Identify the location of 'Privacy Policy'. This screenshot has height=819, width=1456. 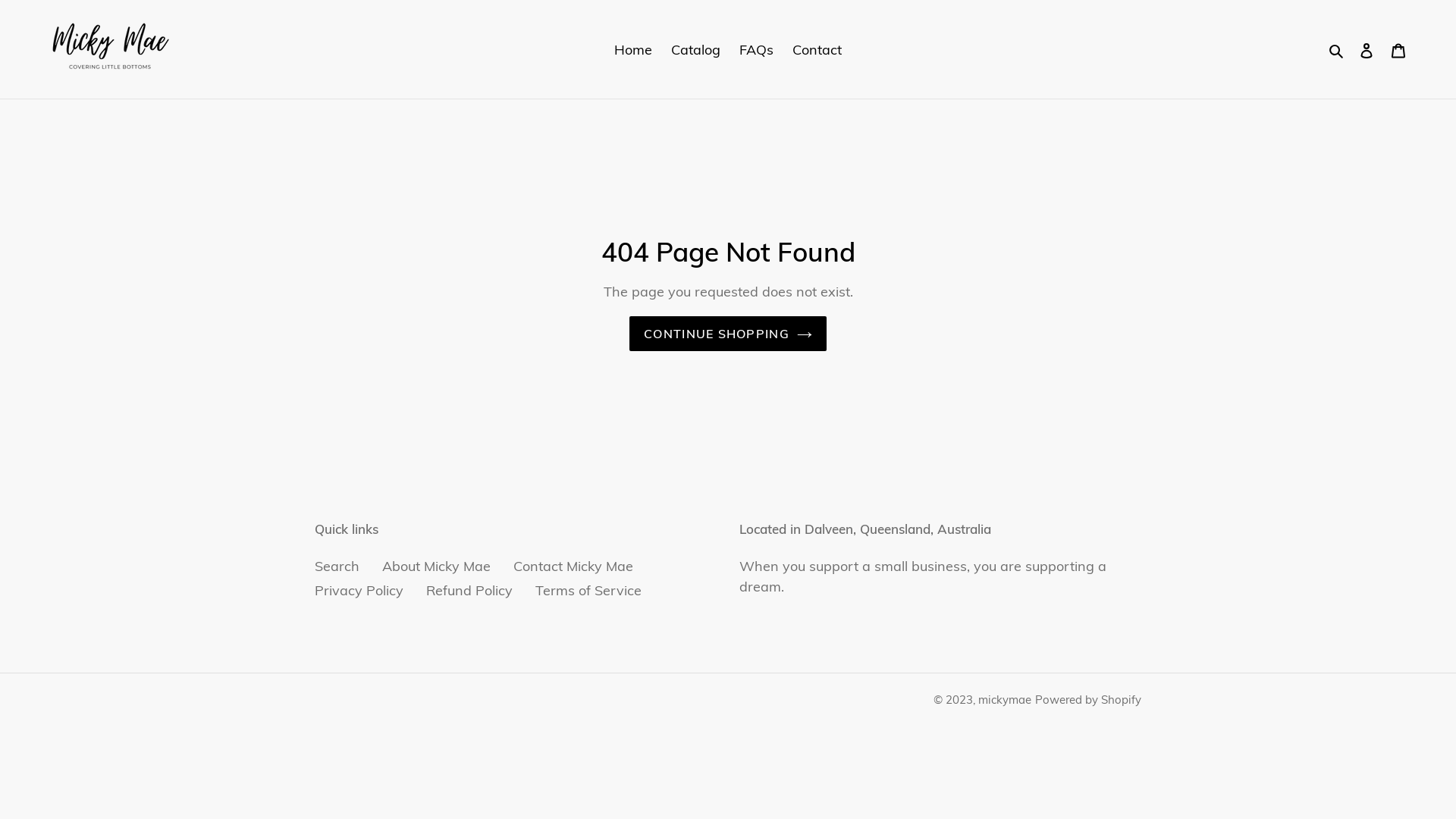
(358, 589).